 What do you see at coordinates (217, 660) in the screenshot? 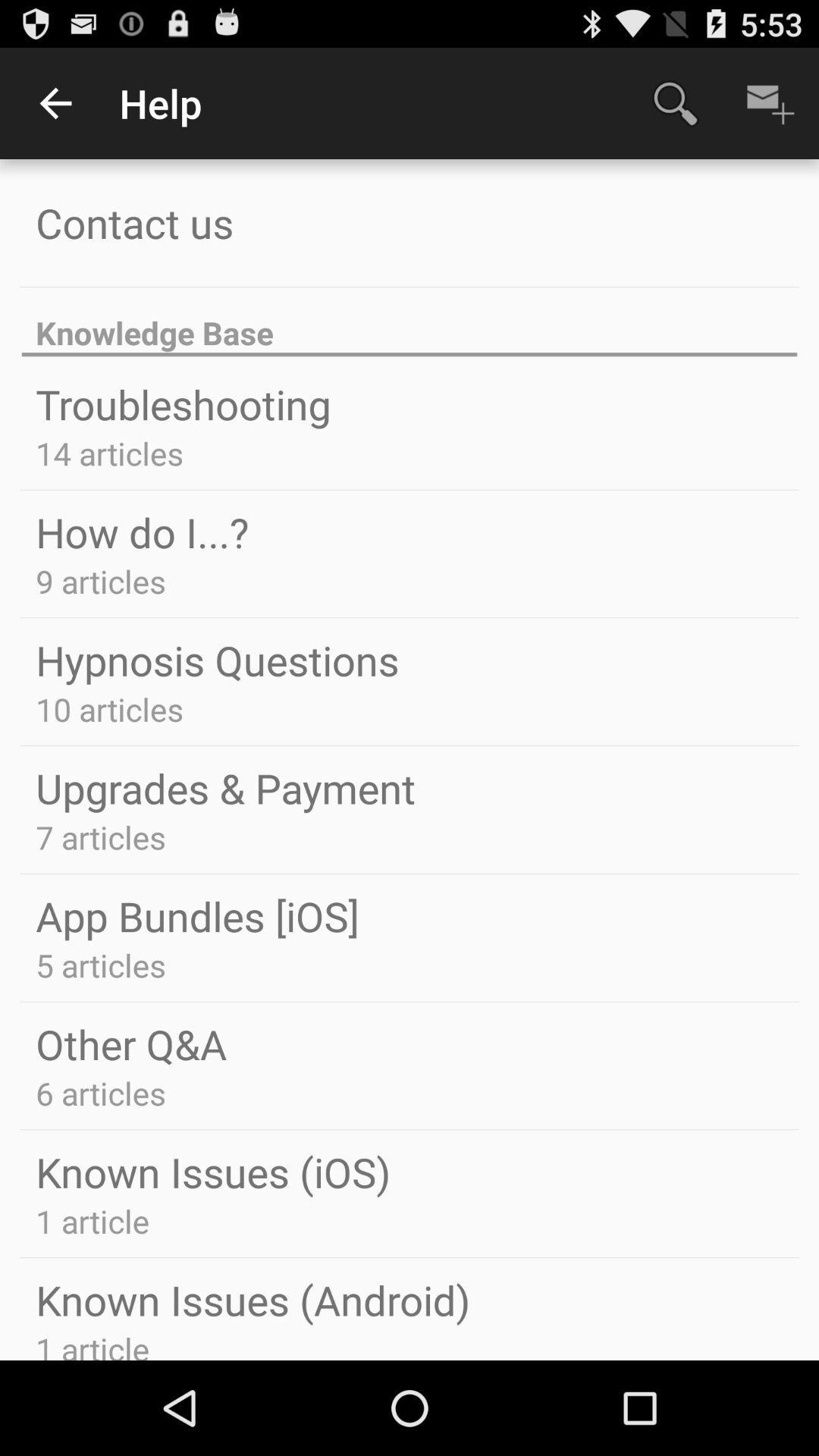
I see `hypnosis questions` at bounding box center [217, 660].